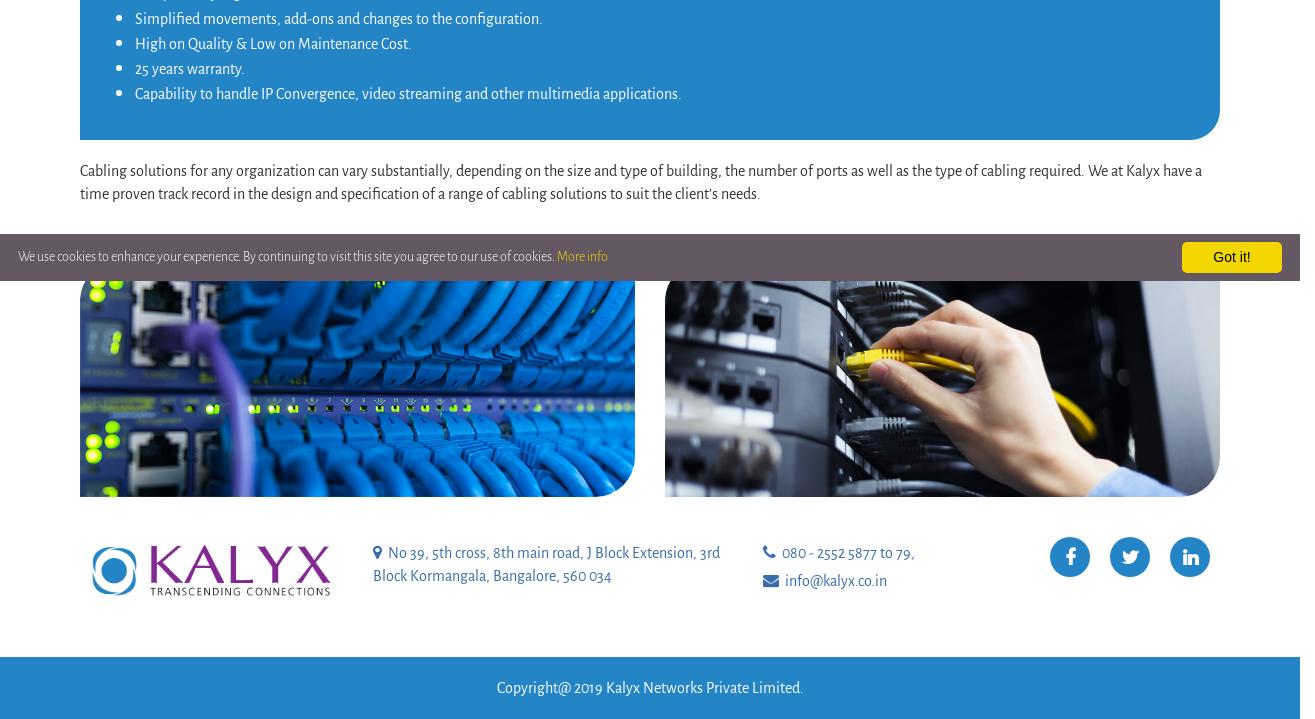 The height and width of the screenshot is (719, 1315). I want to click on '080 - 2552 5877 to 79,', so click(844, 550).